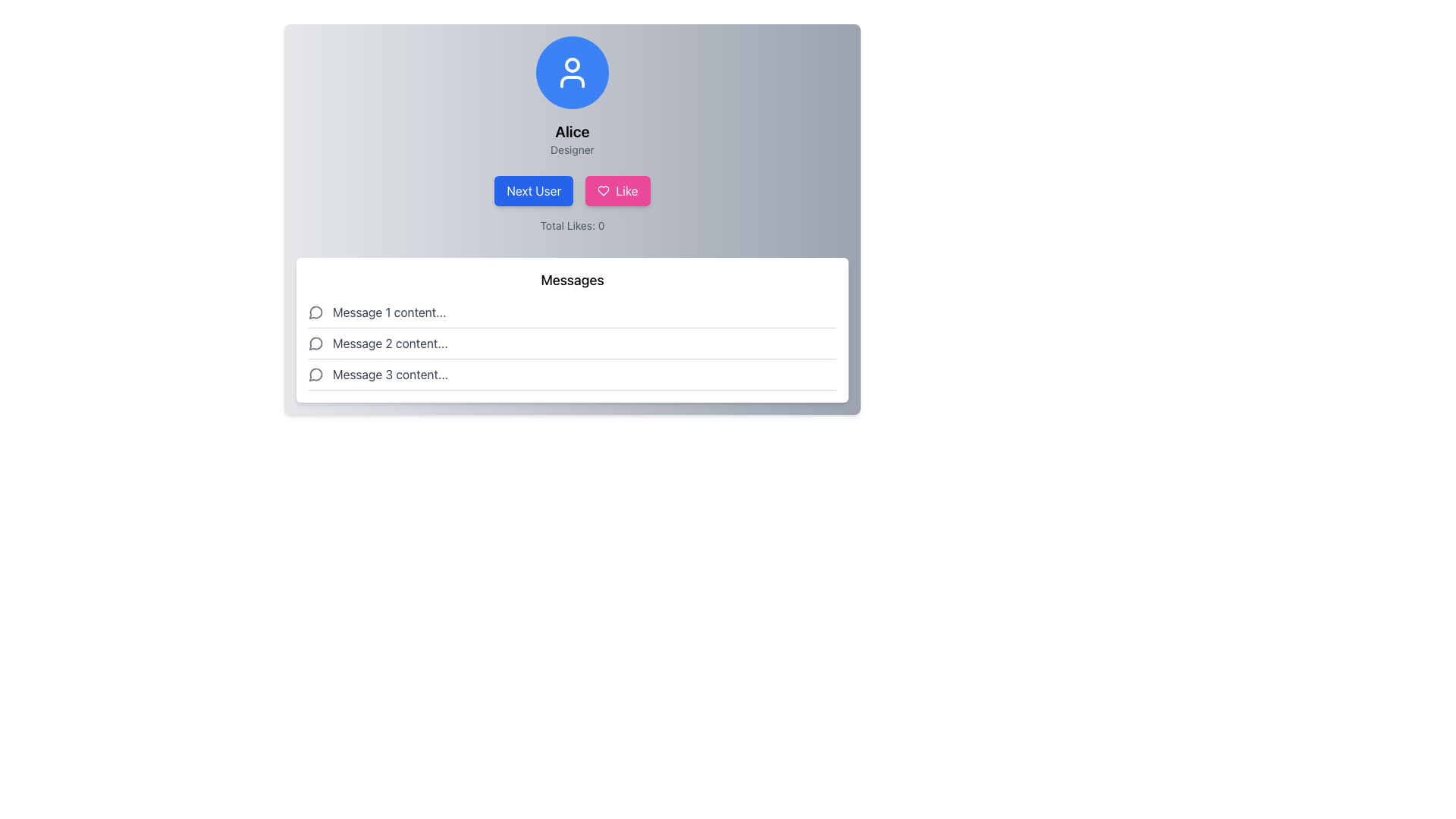 The width and height of the screenshot is (1456, 819). What do you see at coordinates (534, 190) in the screenshot?
I see `the 'Next User' button, which is a blue button with white text and rounded corners, positioned to the left of a pink 'Like' button` at bounding box center [534, 190].